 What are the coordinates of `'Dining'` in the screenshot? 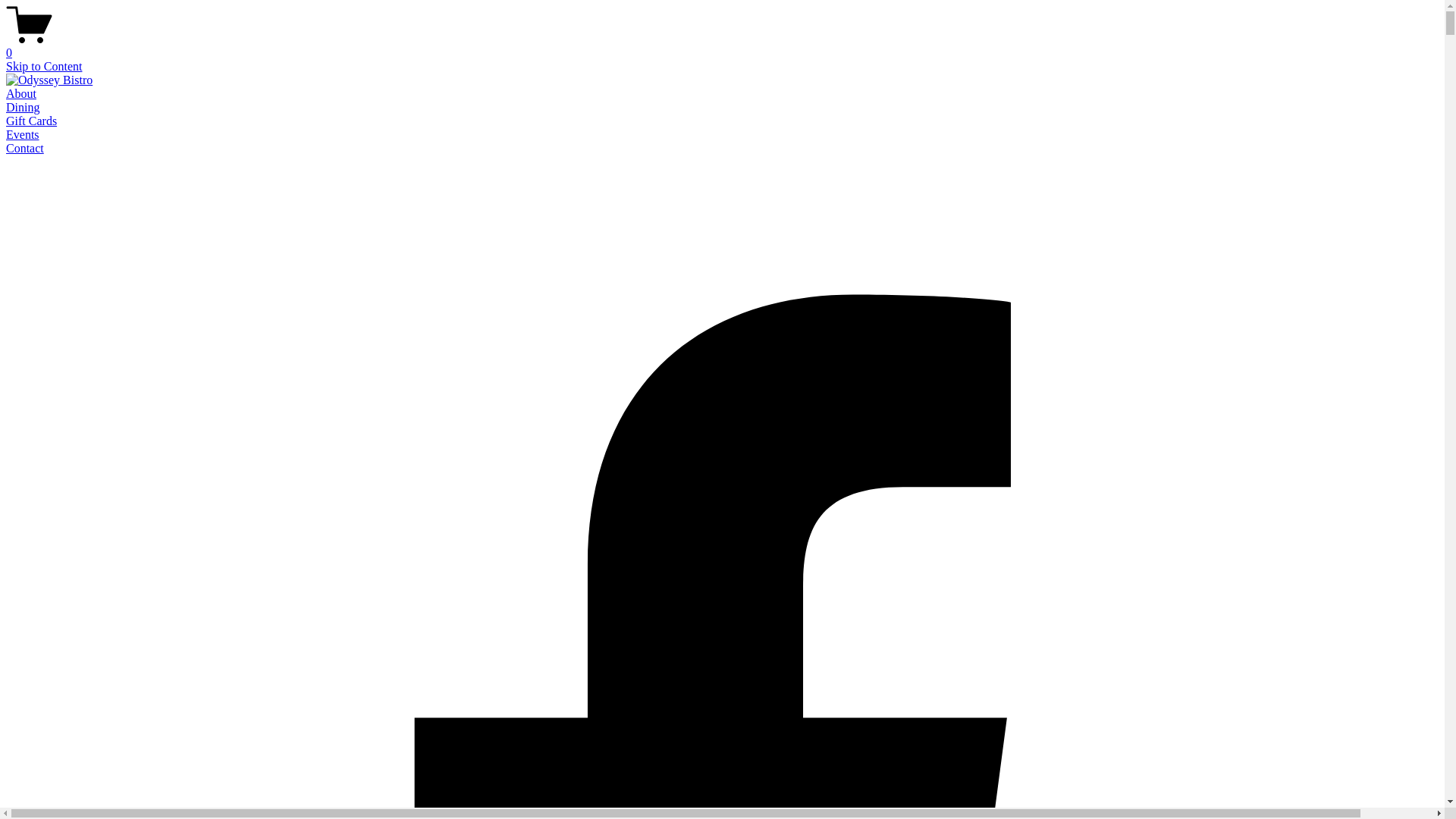 It's located at (22, 106).